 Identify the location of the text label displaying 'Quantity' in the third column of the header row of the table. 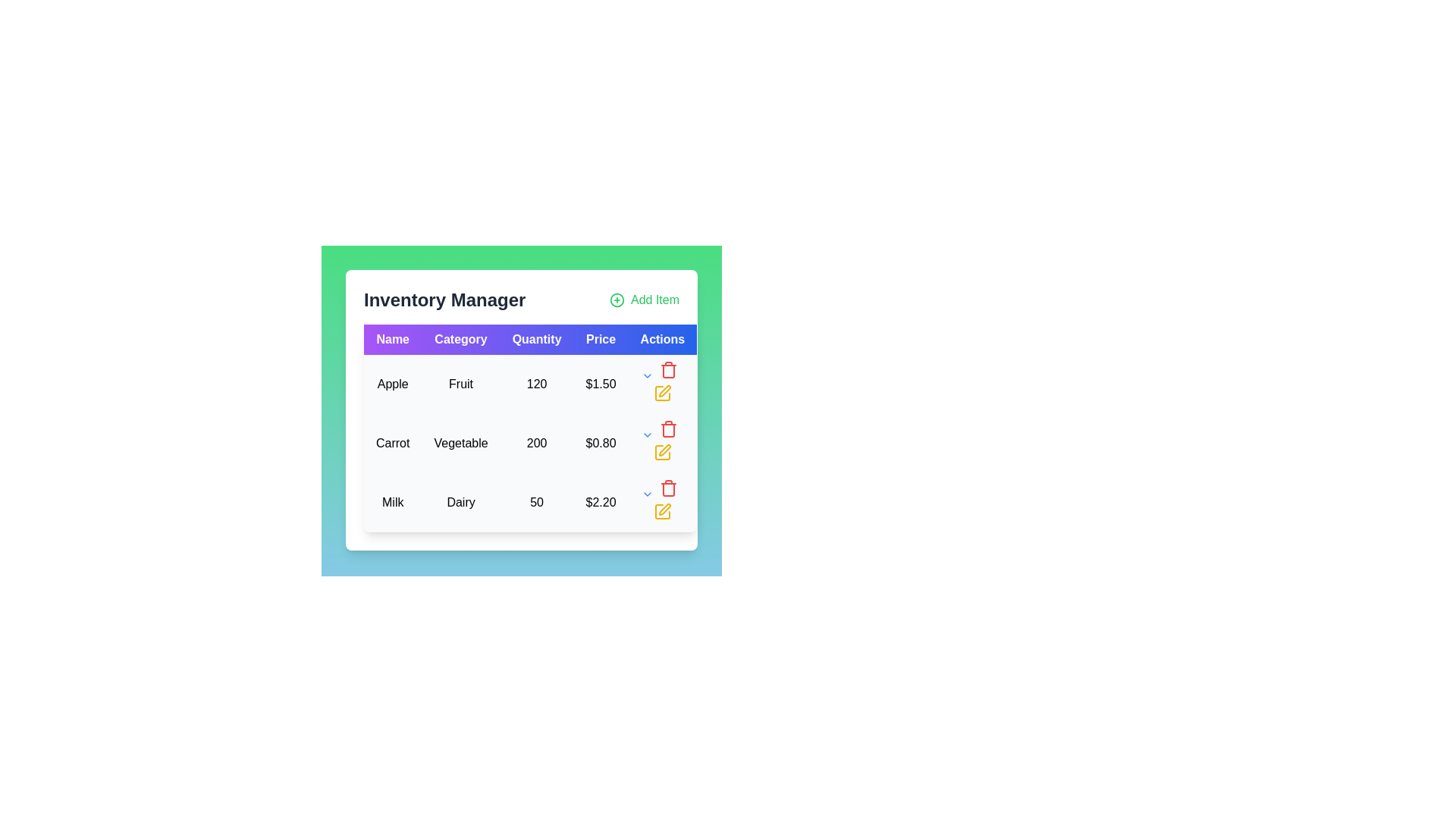
(537, 338).